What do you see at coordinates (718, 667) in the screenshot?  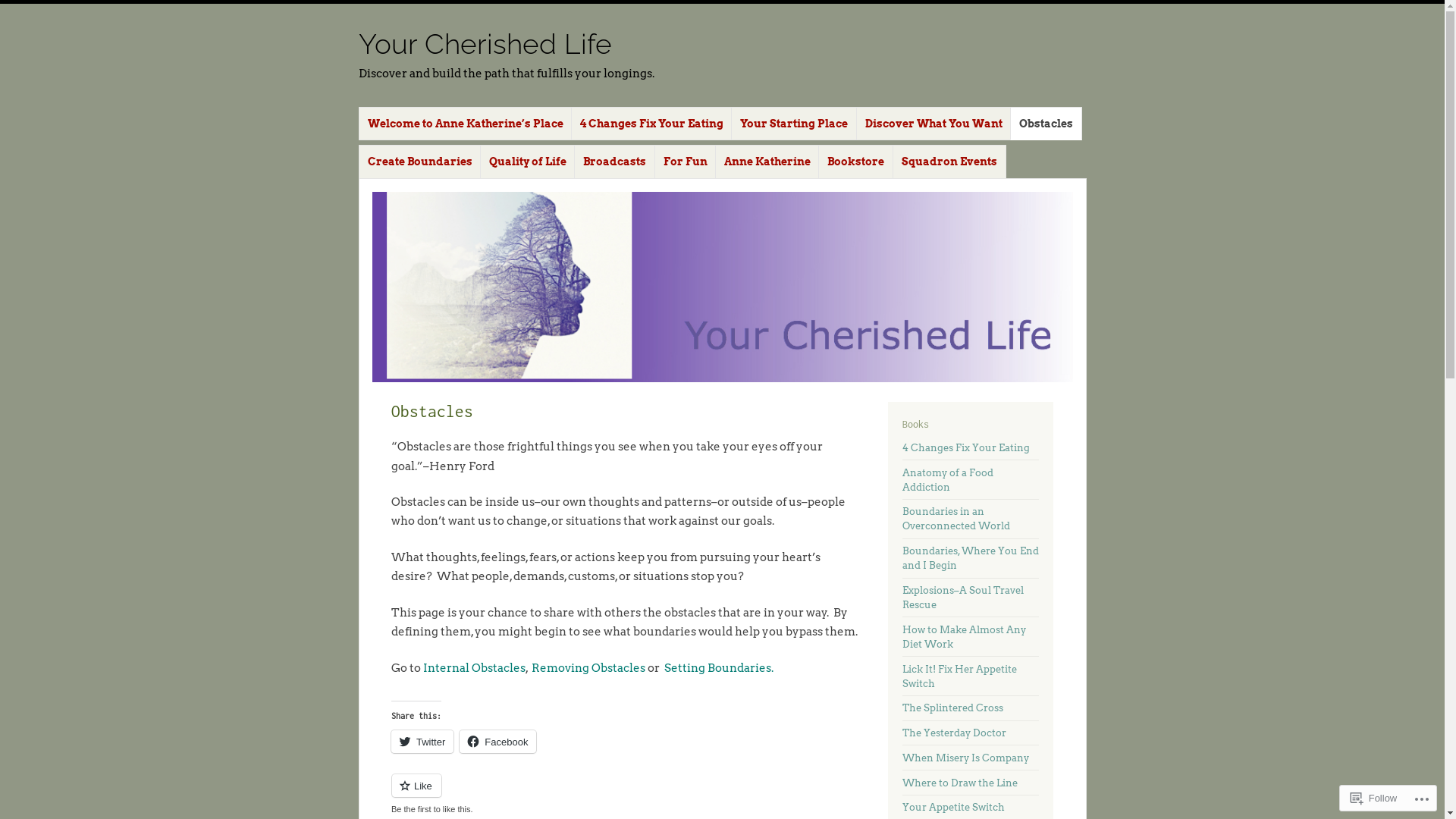 I see `'Setting Boundaries.'` at bounding box center [718, 667].